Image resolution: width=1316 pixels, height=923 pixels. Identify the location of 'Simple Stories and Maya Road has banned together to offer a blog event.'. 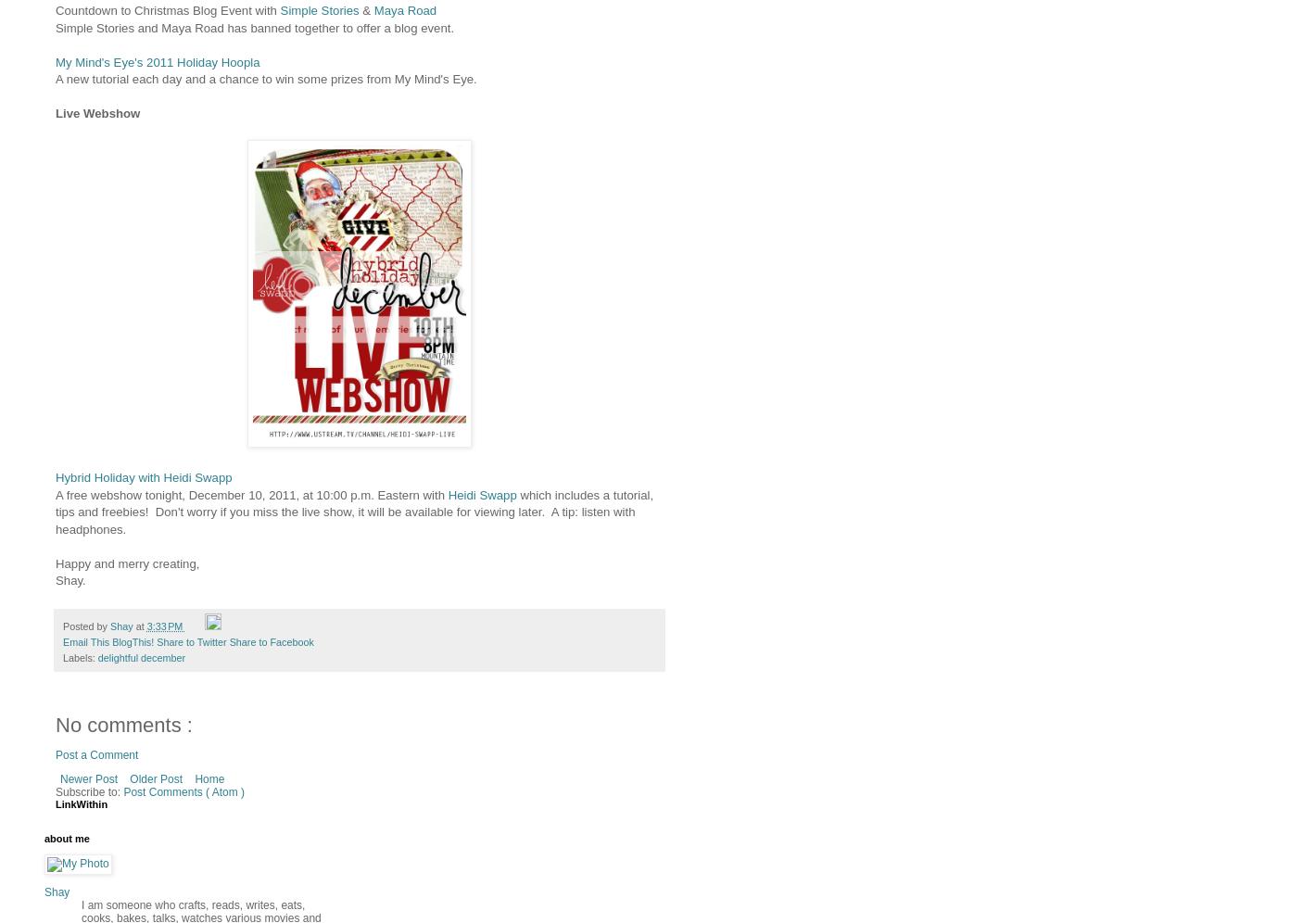
(56, 27).